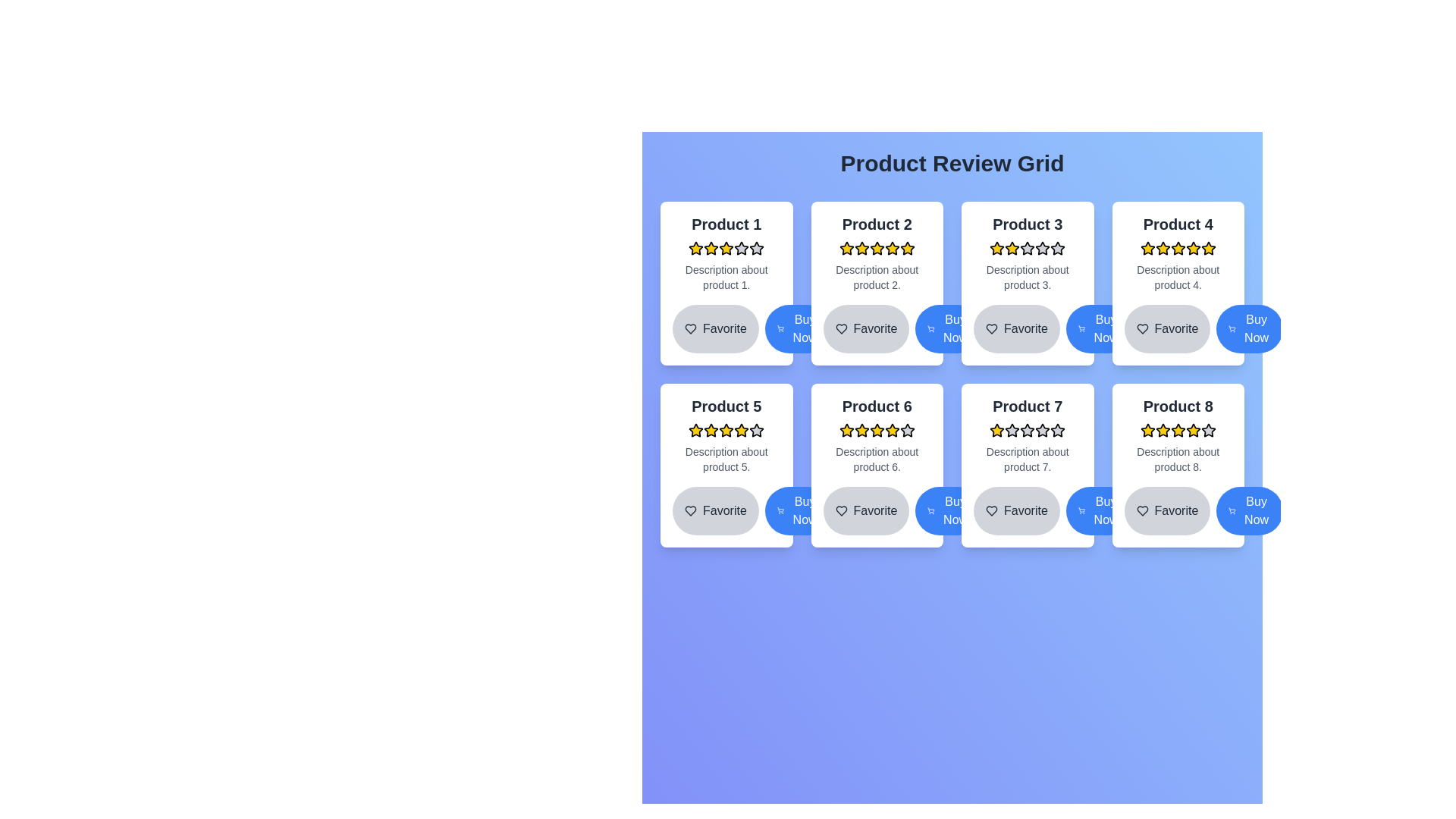 The image size is (1456, 819). Describe the element at coordinates (695, 430) in the screenshot. I see `the first star icon representing the 1 out of 5 rating for 'Product 5' to use the visual cue for identifying the product's rating` at that location.